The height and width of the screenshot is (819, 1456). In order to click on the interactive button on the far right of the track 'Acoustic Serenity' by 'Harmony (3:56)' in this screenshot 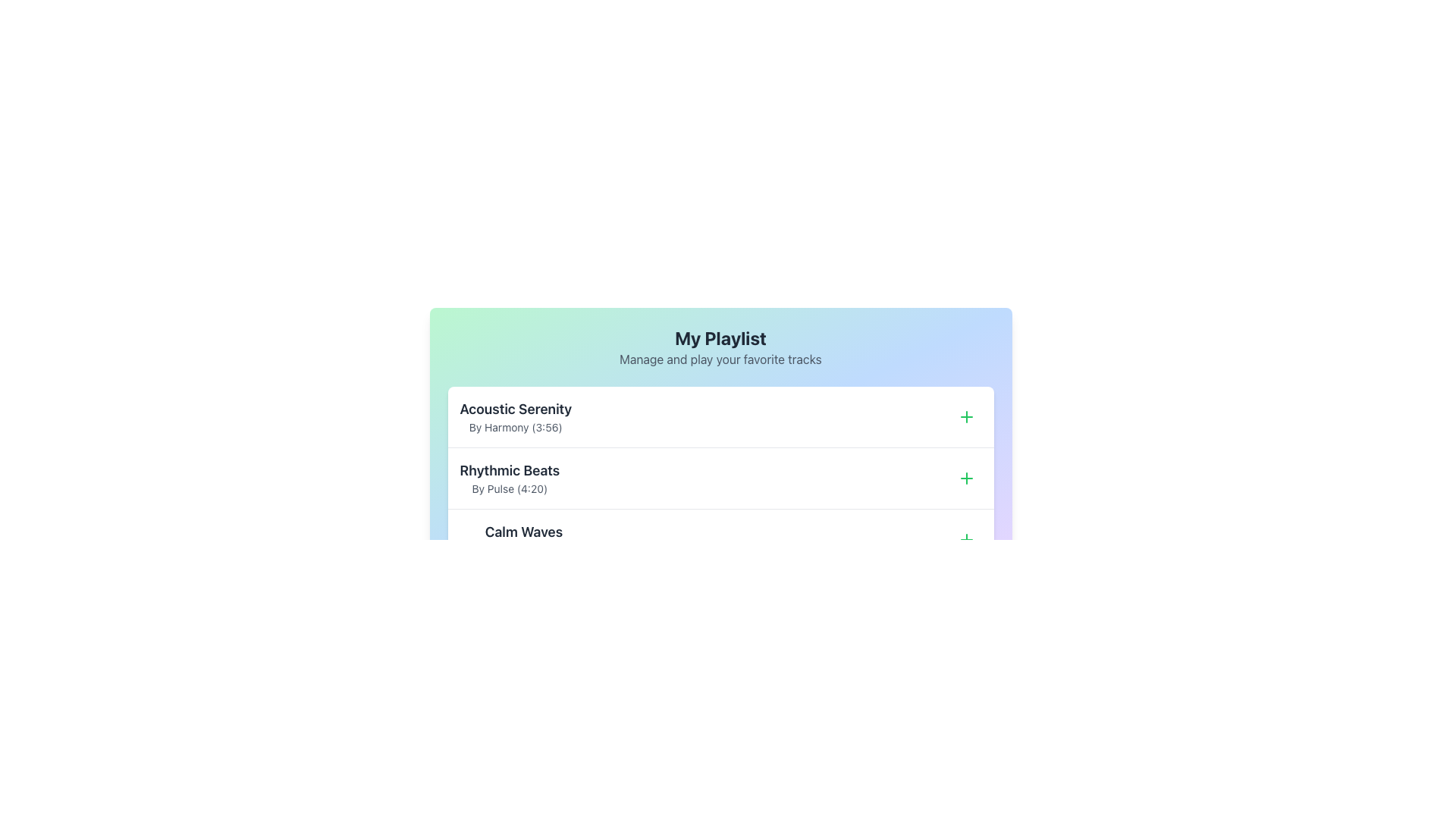, I will do `click(965, 417)`.